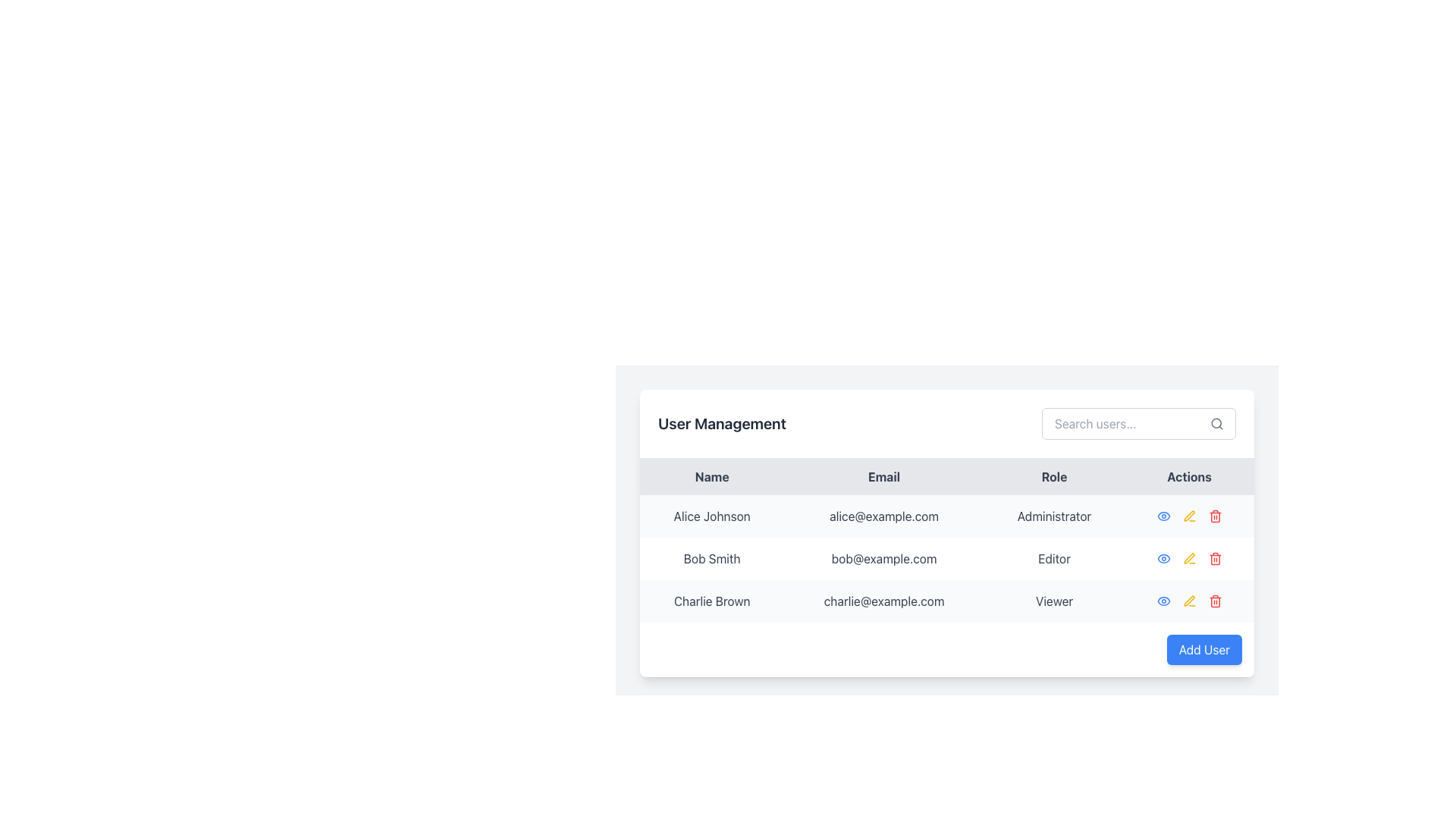 The height and width of the screenshot is (819, 1456). Describe the element at coordinates (1188, 558) in the screenshot. I see `the pen-like icon in the 'Actions' column for 'Bob Smith'` at that location.